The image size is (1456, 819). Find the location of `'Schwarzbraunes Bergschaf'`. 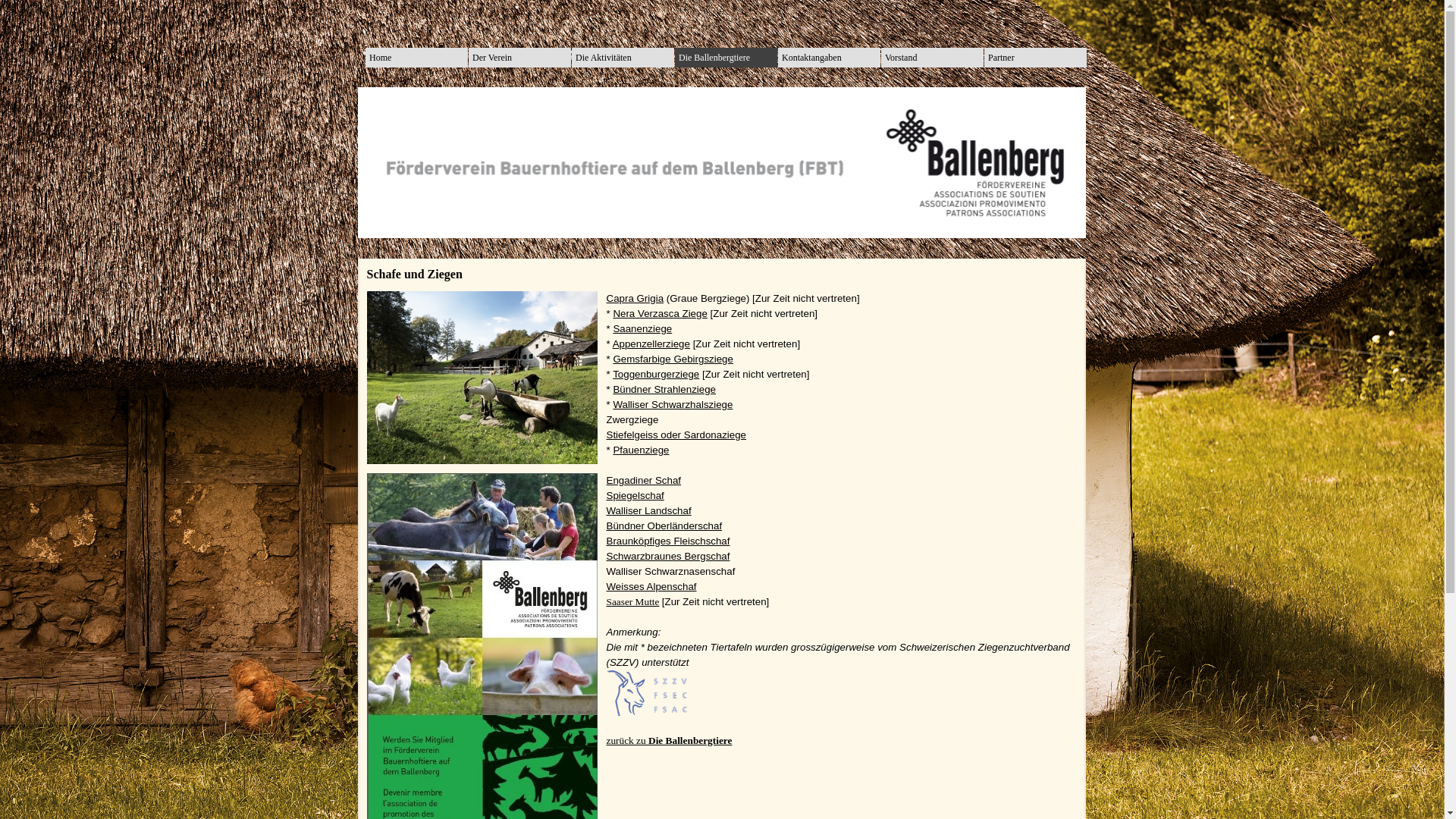

'Schwarzbraunes Bergschaf' is located at coordinates (667, 556).